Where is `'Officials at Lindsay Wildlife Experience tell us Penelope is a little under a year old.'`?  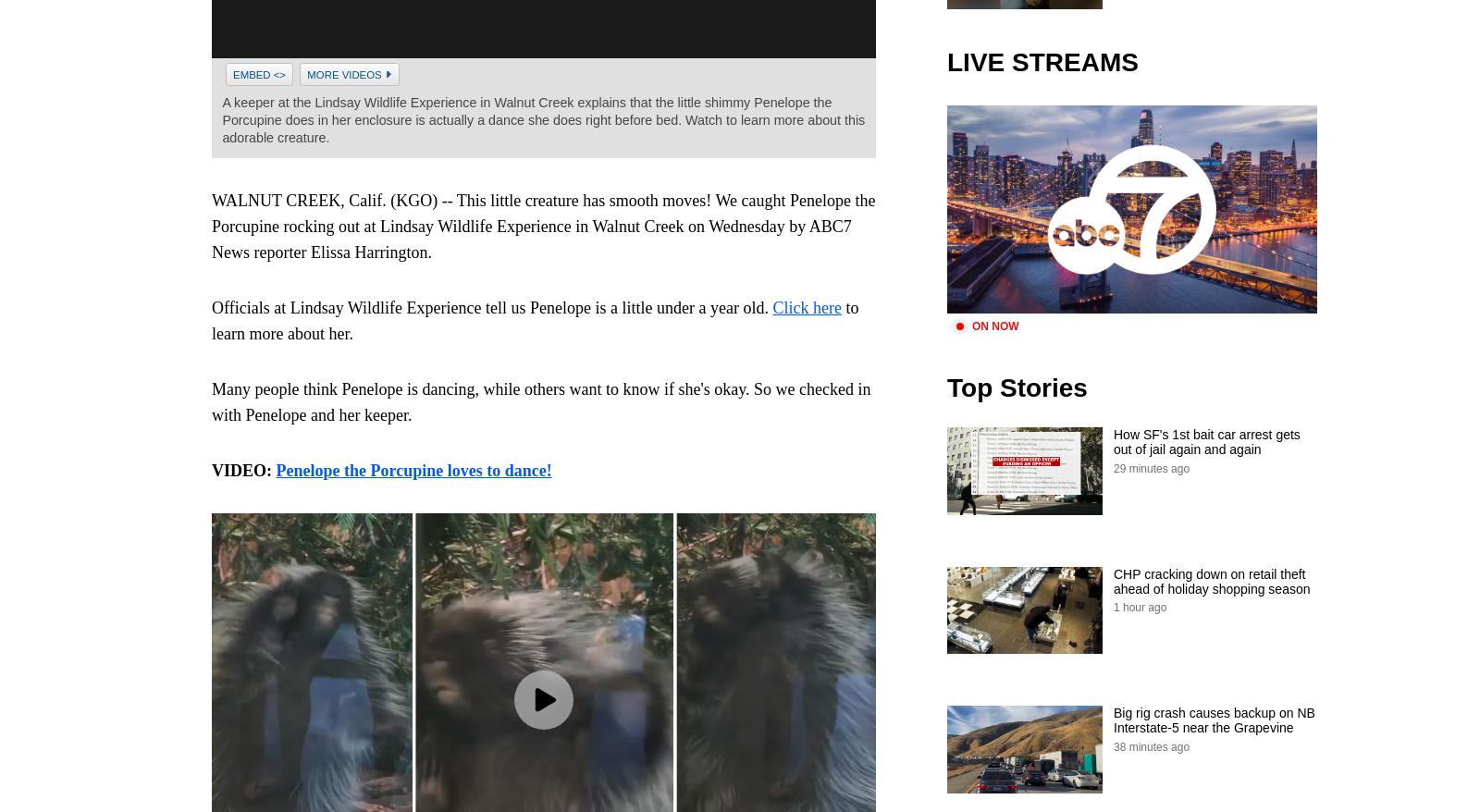
'Officials at Lindsay Wildlife Experience tell us Penelope is a little under a year old.' is located at coordinates (491, 308).